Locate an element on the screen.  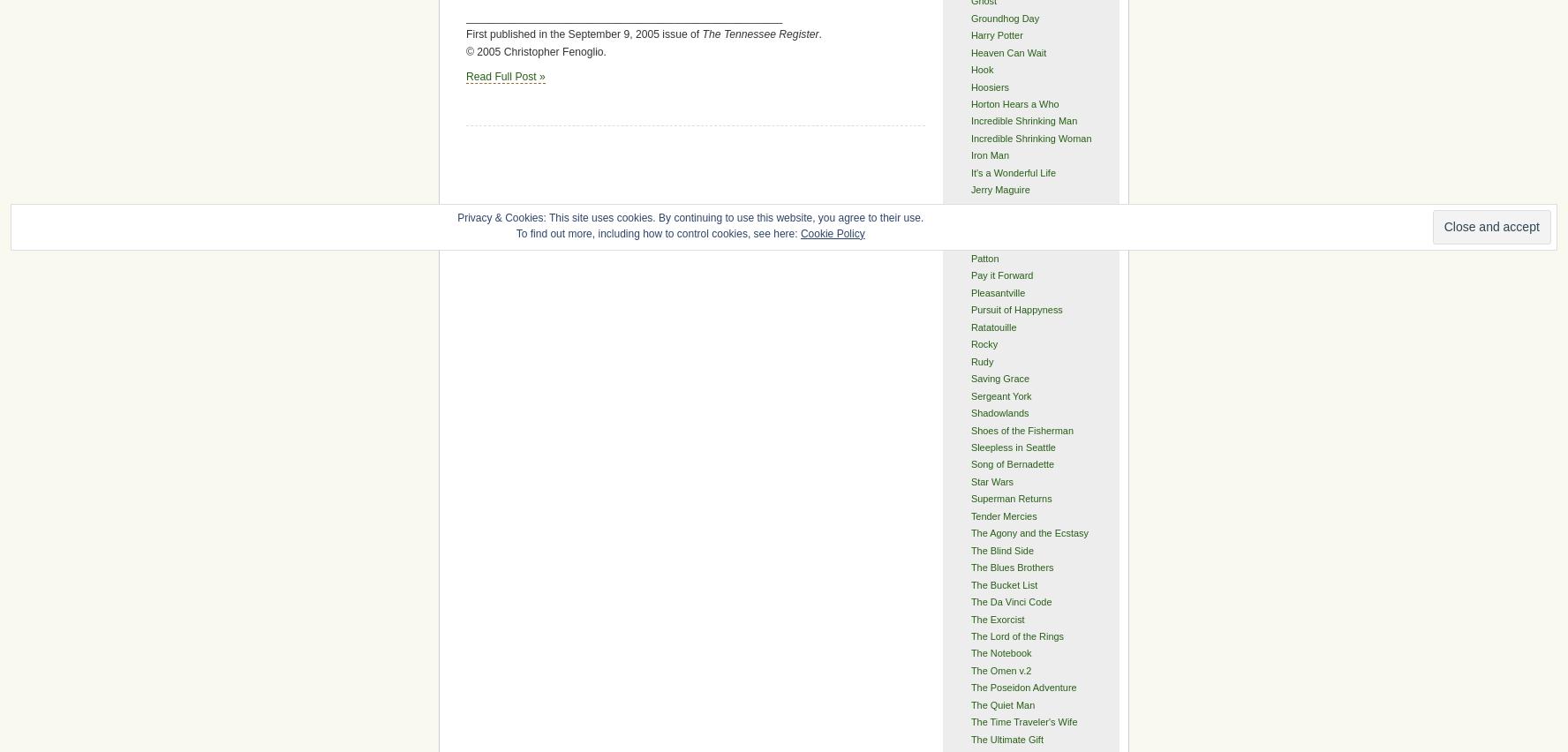
'Incredible Shrinking Woman' is located at coordinates (1030, 137).